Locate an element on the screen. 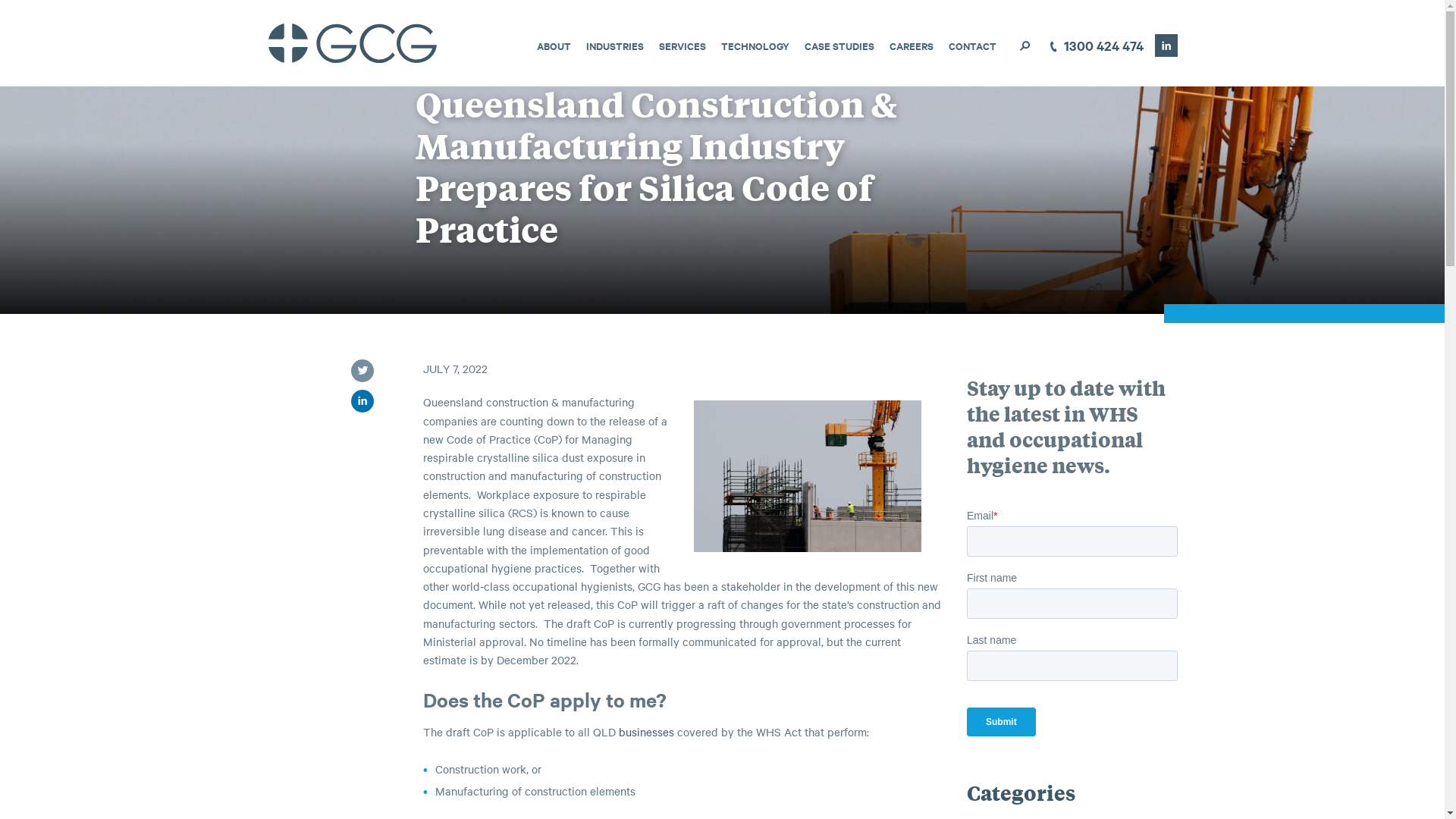 This screenshot has height=819, width=1456. 'ABOUT' is located at coordinates (553, 45).